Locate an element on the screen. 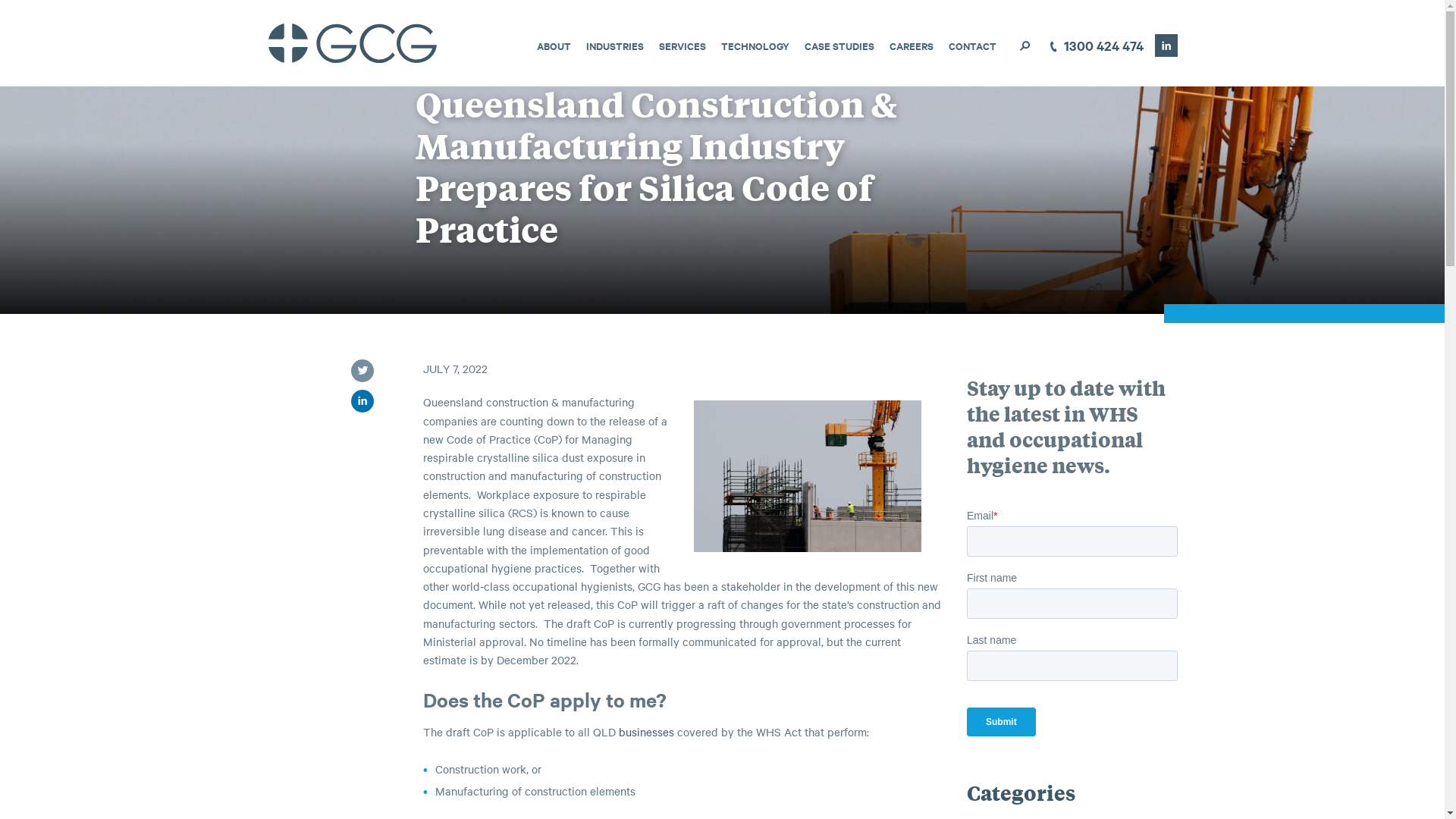 This screenshot has height=819, width=1456. 'ABOUT' is located at coordinates (553, 45).